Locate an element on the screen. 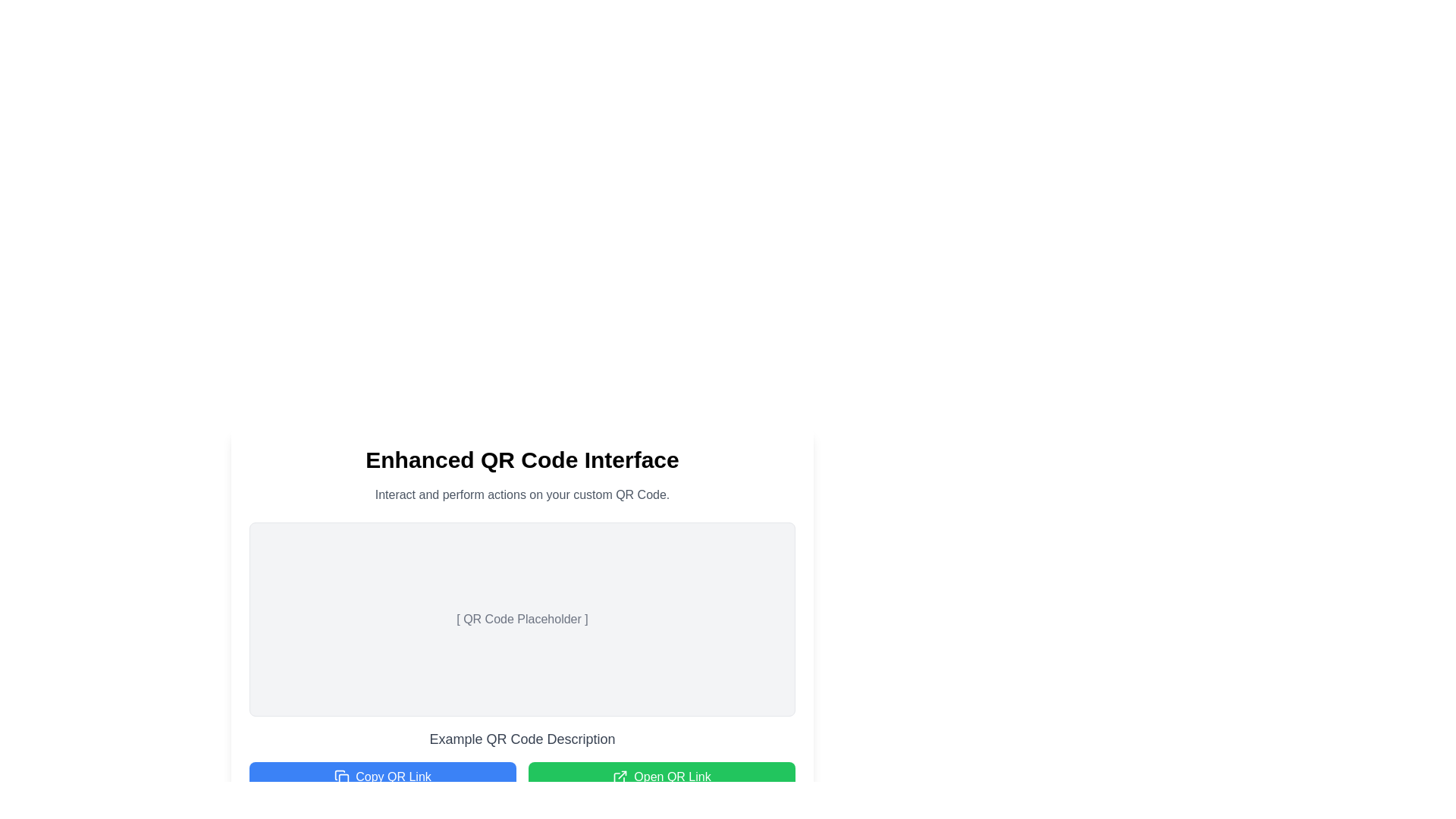  the button with a green background and white text that reads 'Open QR Link', located in the second position of a two-column grid below the '[ QR Code Placeholder ]' is located at coordinates (662, 777).